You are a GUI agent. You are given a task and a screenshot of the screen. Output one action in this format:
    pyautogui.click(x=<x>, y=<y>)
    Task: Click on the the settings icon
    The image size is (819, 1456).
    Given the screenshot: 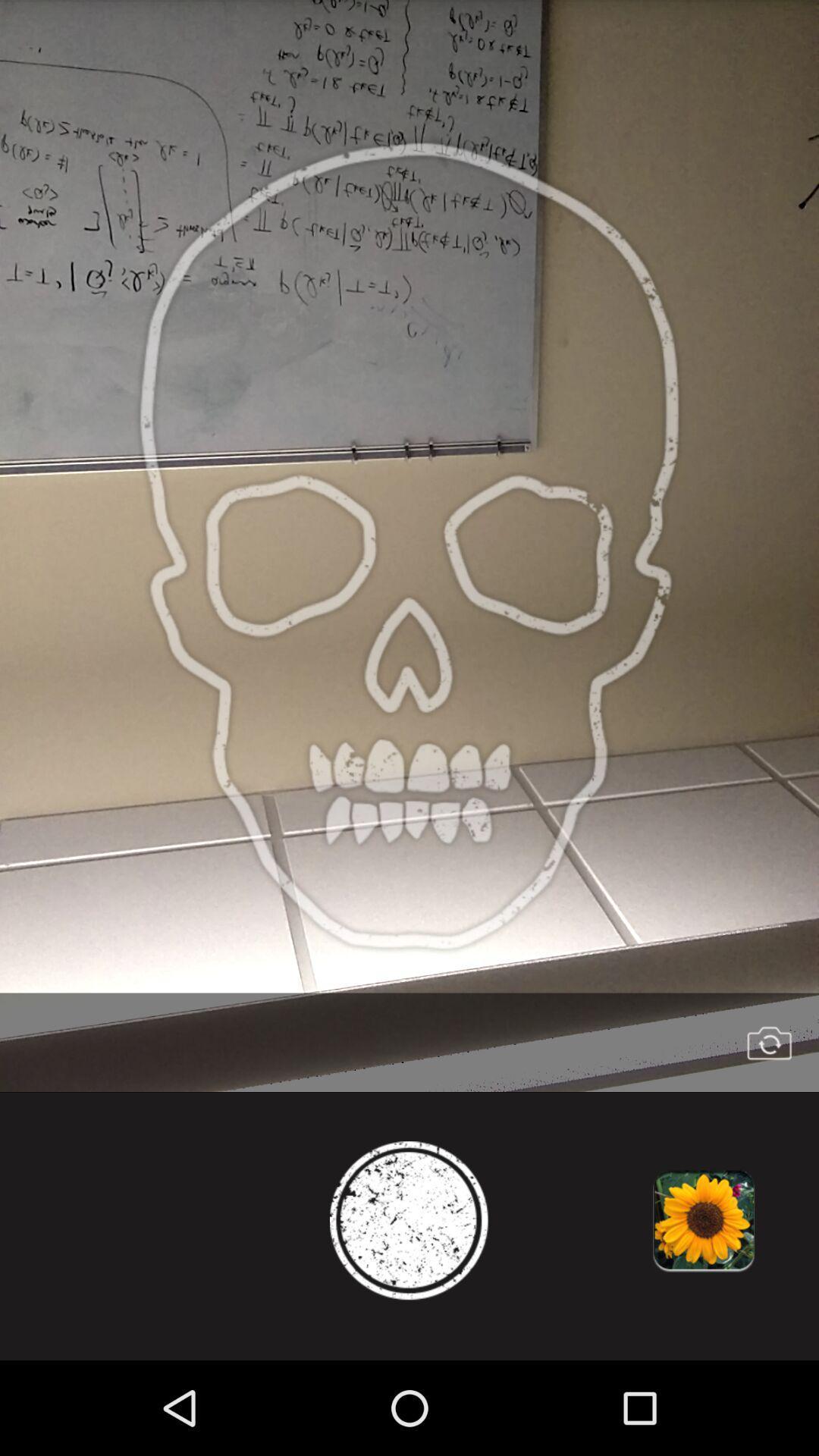 What is the action you would take?
    pyautogui.click(x=703, y=1306)
    